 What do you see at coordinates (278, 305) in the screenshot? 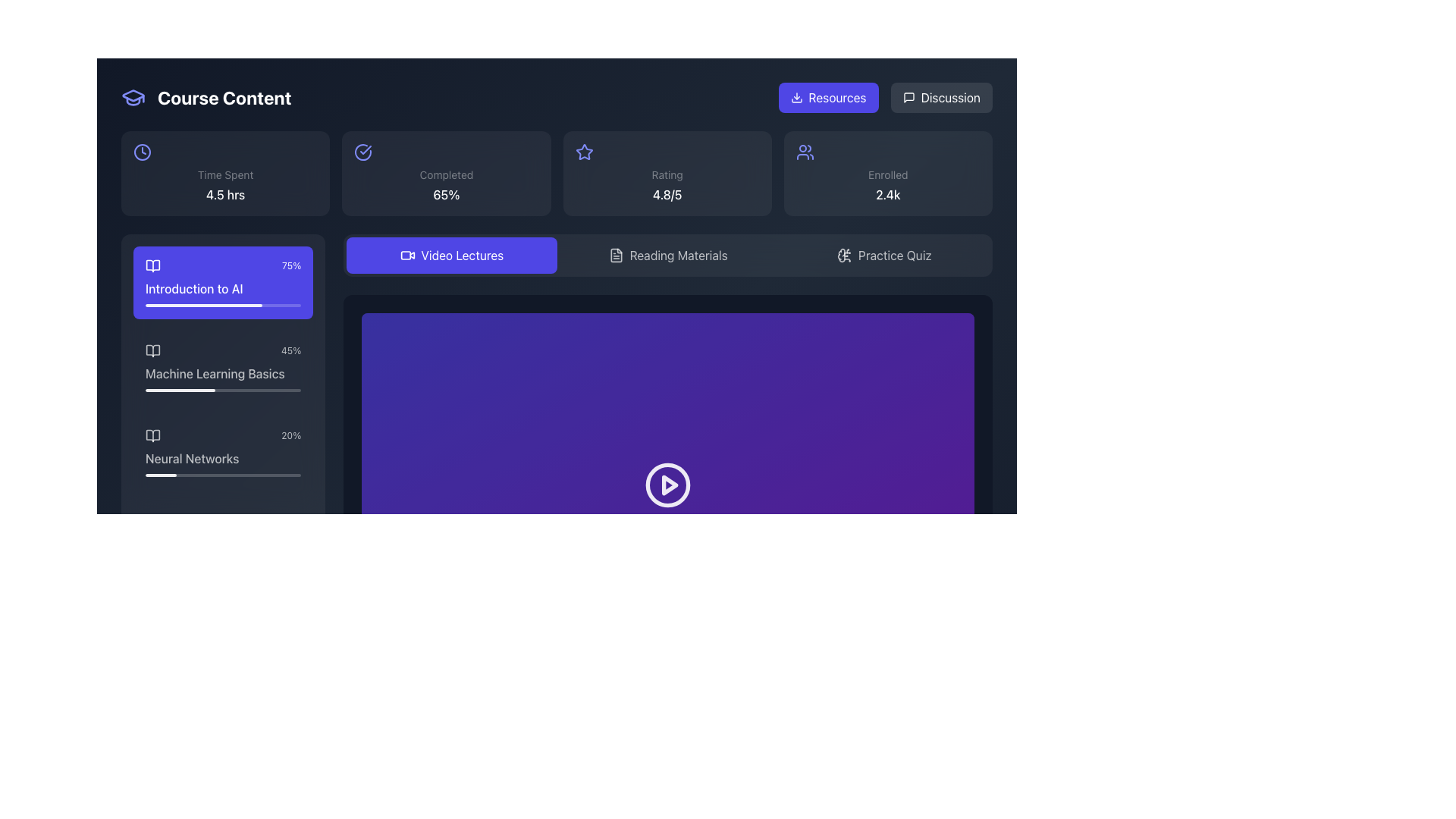
I see `the progress bar` at bounding box center [278, 305].